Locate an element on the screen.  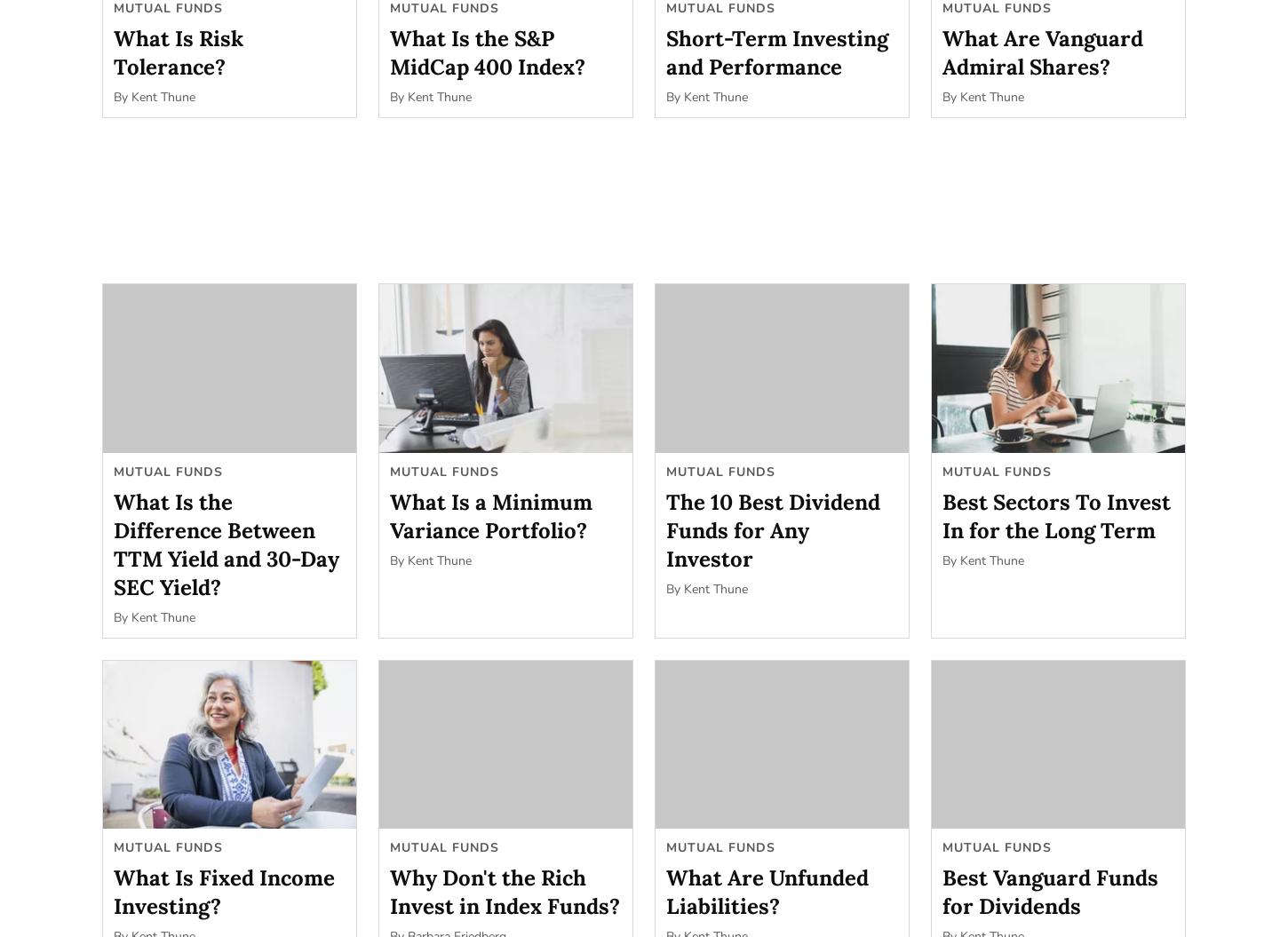
'What Is Fixed Income Investing?' is located at coordinates (113, 891).